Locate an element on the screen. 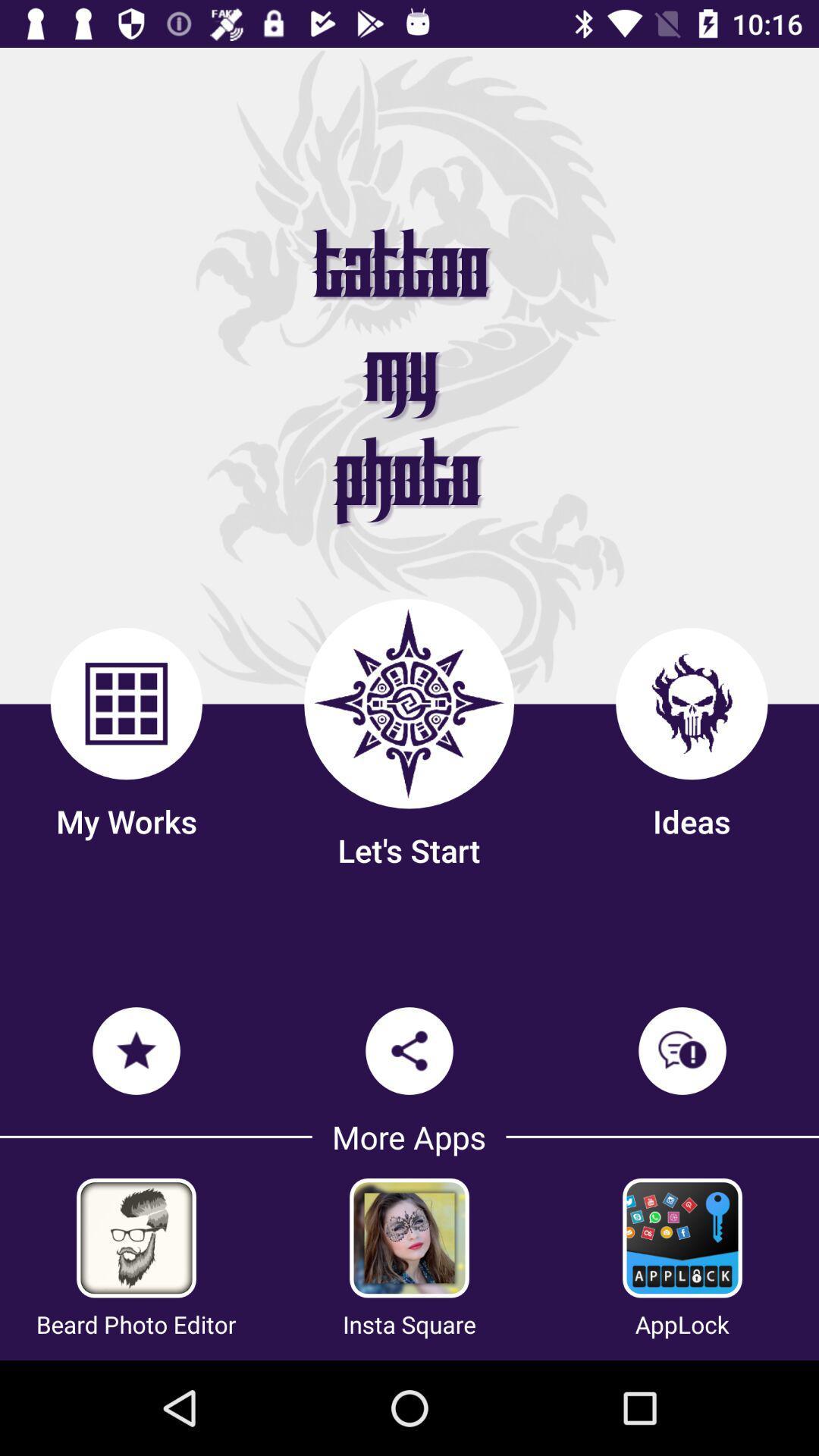 Image resolution: width=819 pixels, height=1456 pixels. get insta square app is located at coordinates (409, 1238).